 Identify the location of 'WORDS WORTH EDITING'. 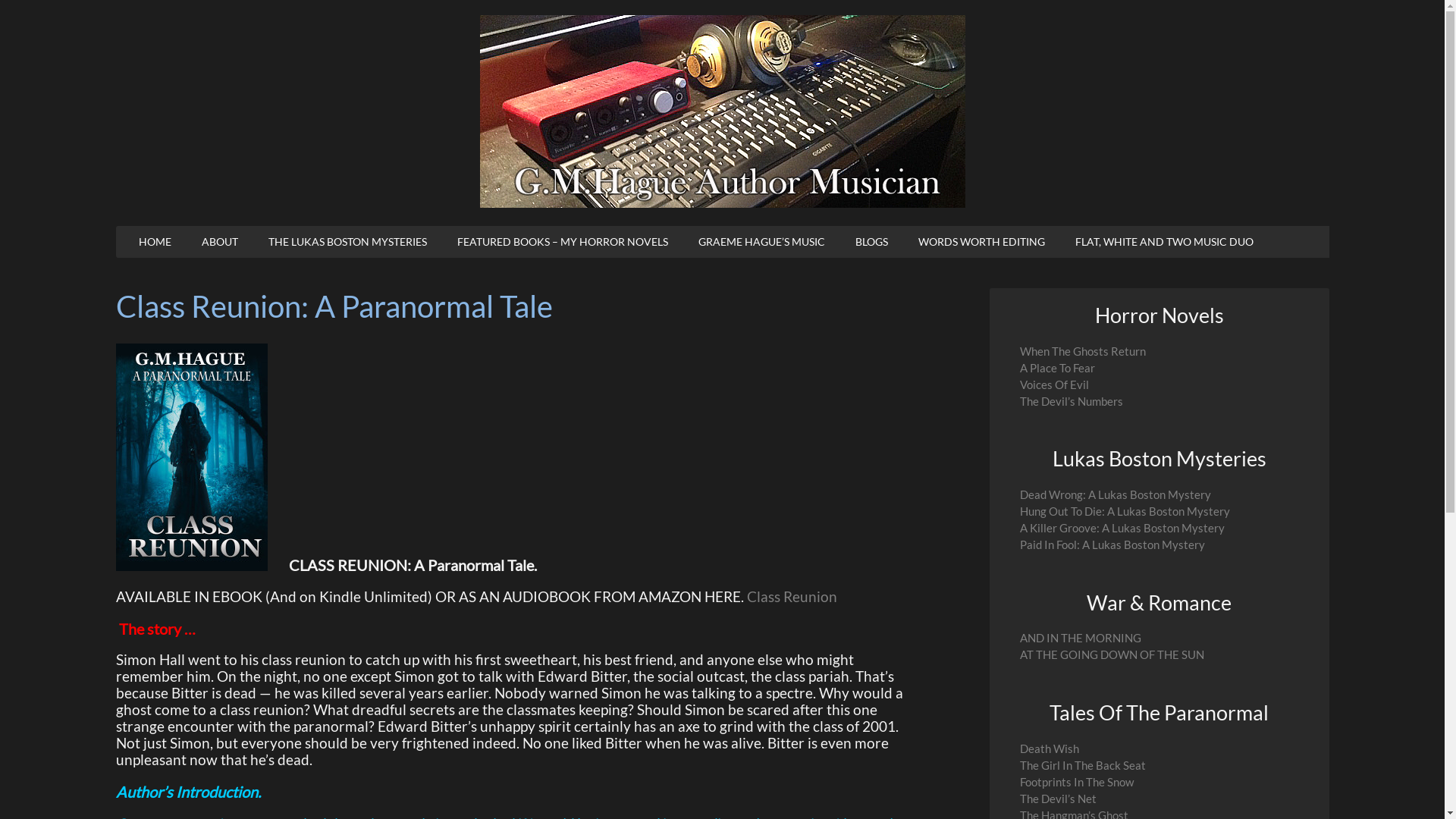
(981, 241).